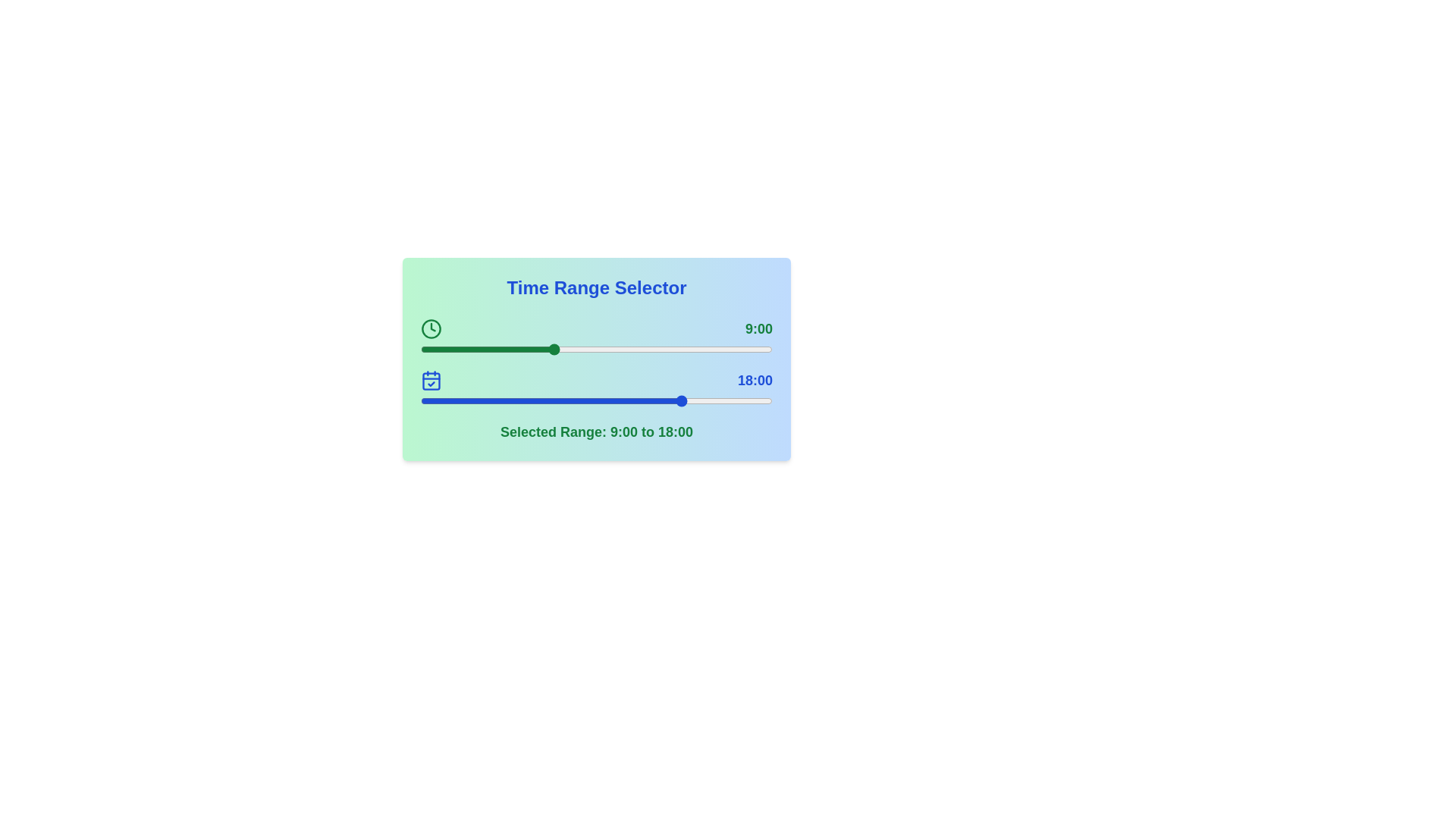 Image resolution: width=1456 pixels, height=819 pixels. I want to click on the small triangular chevron-down indicator located inside the circular clock icon, positioned at the top-left corner of the icon, next to the 'Time Range Selector' header, so click(432, 326).